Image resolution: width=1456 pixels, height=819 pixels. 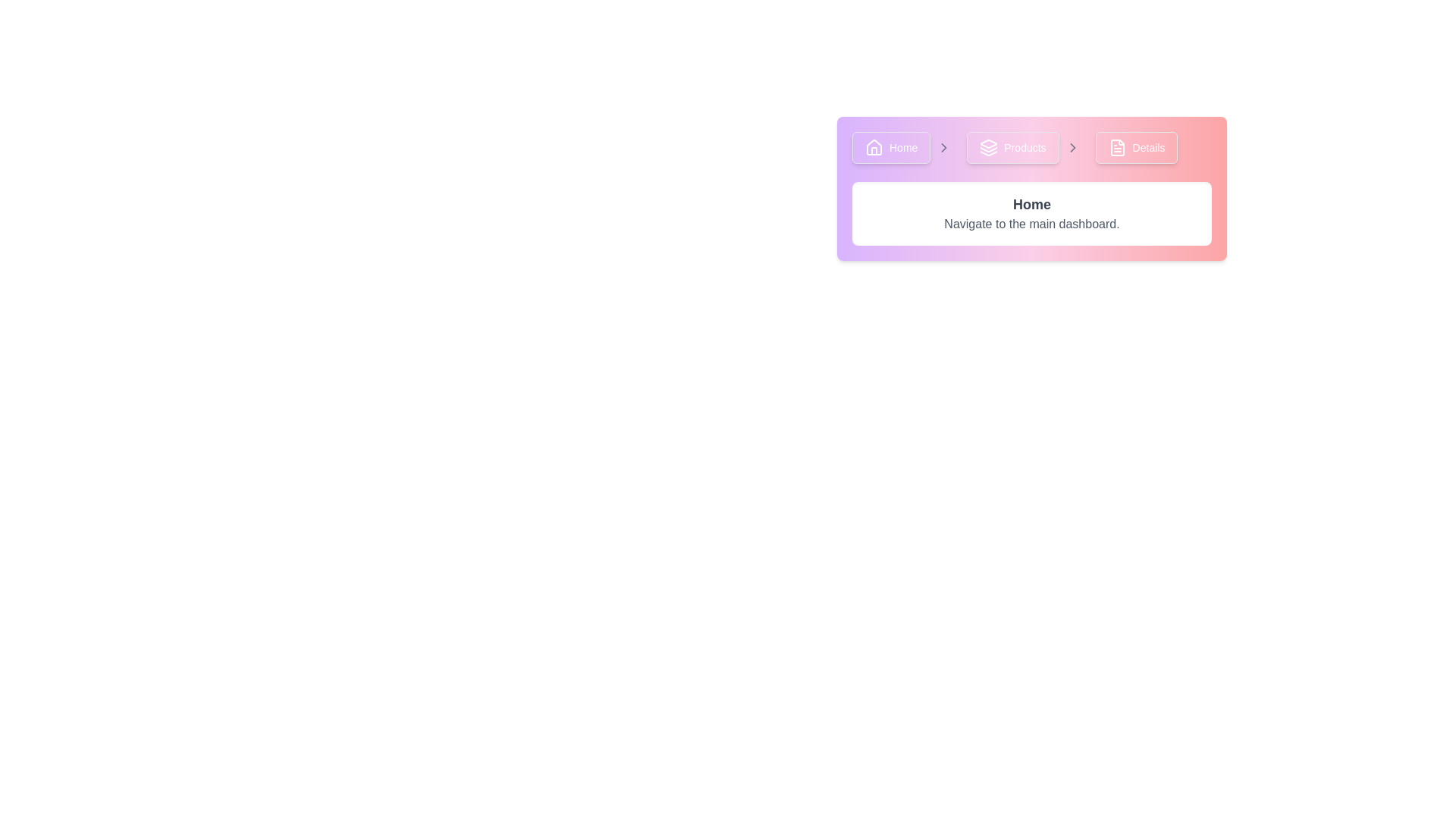 What do you see at coordinates (905, 148) in the screenshot?
I see `the 'Home' button which is the first button in the navigation bar, featuring a house icon on the left and a chevron symbol on the right` at bounding box center [905, 148].